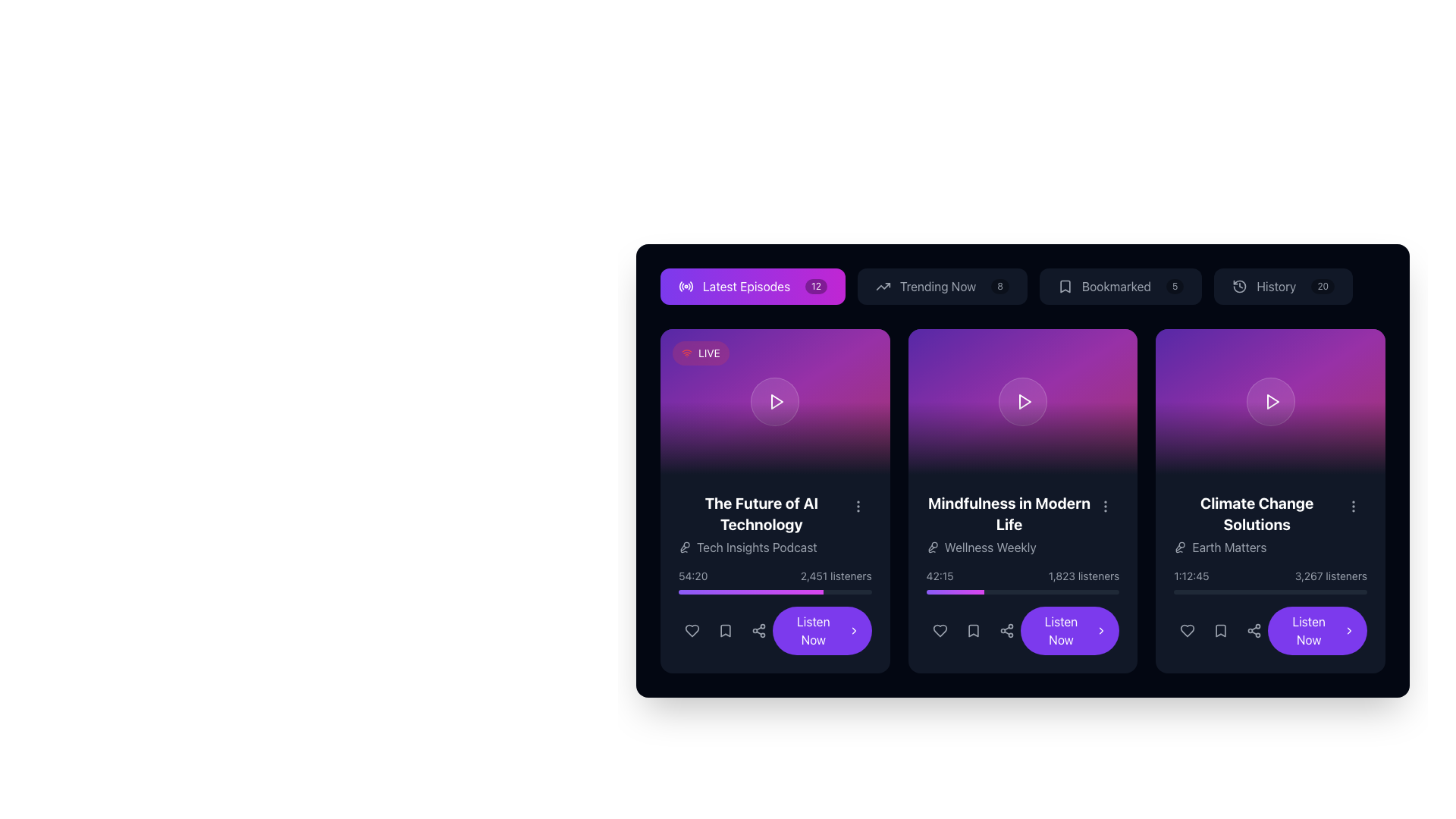 This screenshot has height=819, width=1456. Describe the element at coordinates (776, 400) in the screenshot. I see `the play button located at the top-center of the leftmost card in the group of three cards` at that location.